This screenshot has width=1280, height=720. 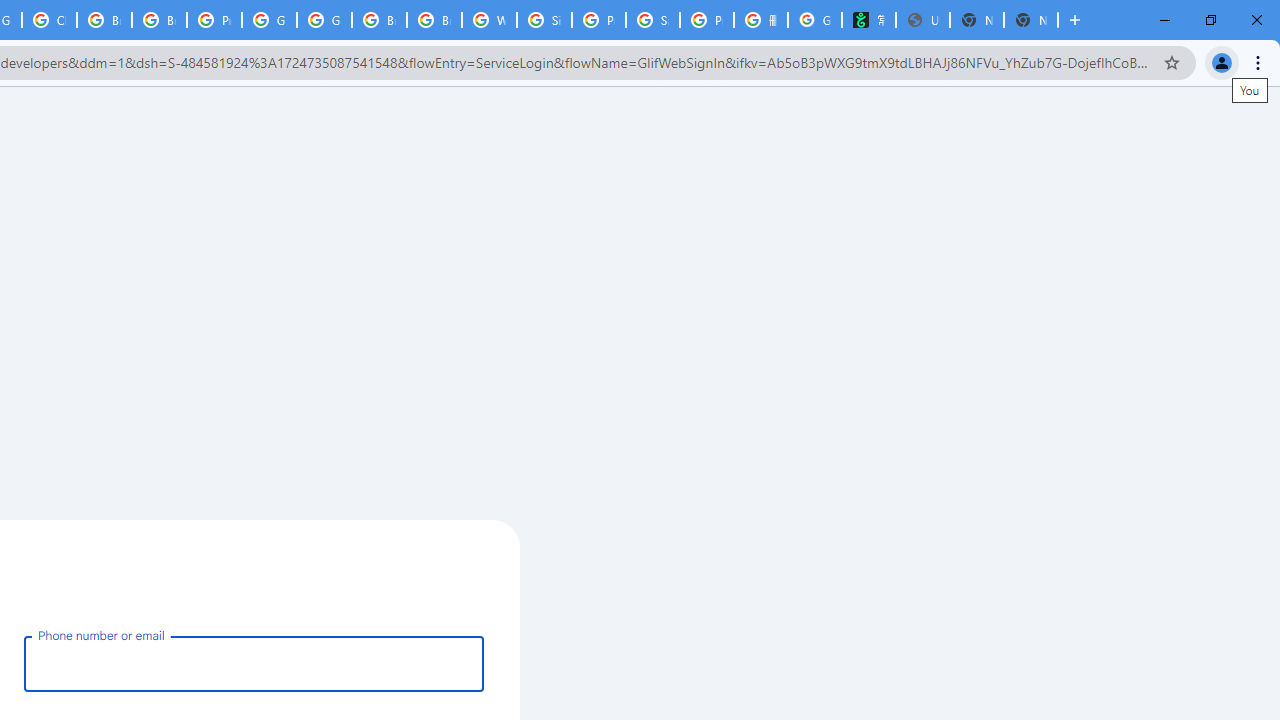 I want to click on 'Untitled', so click(x=921, y=20).